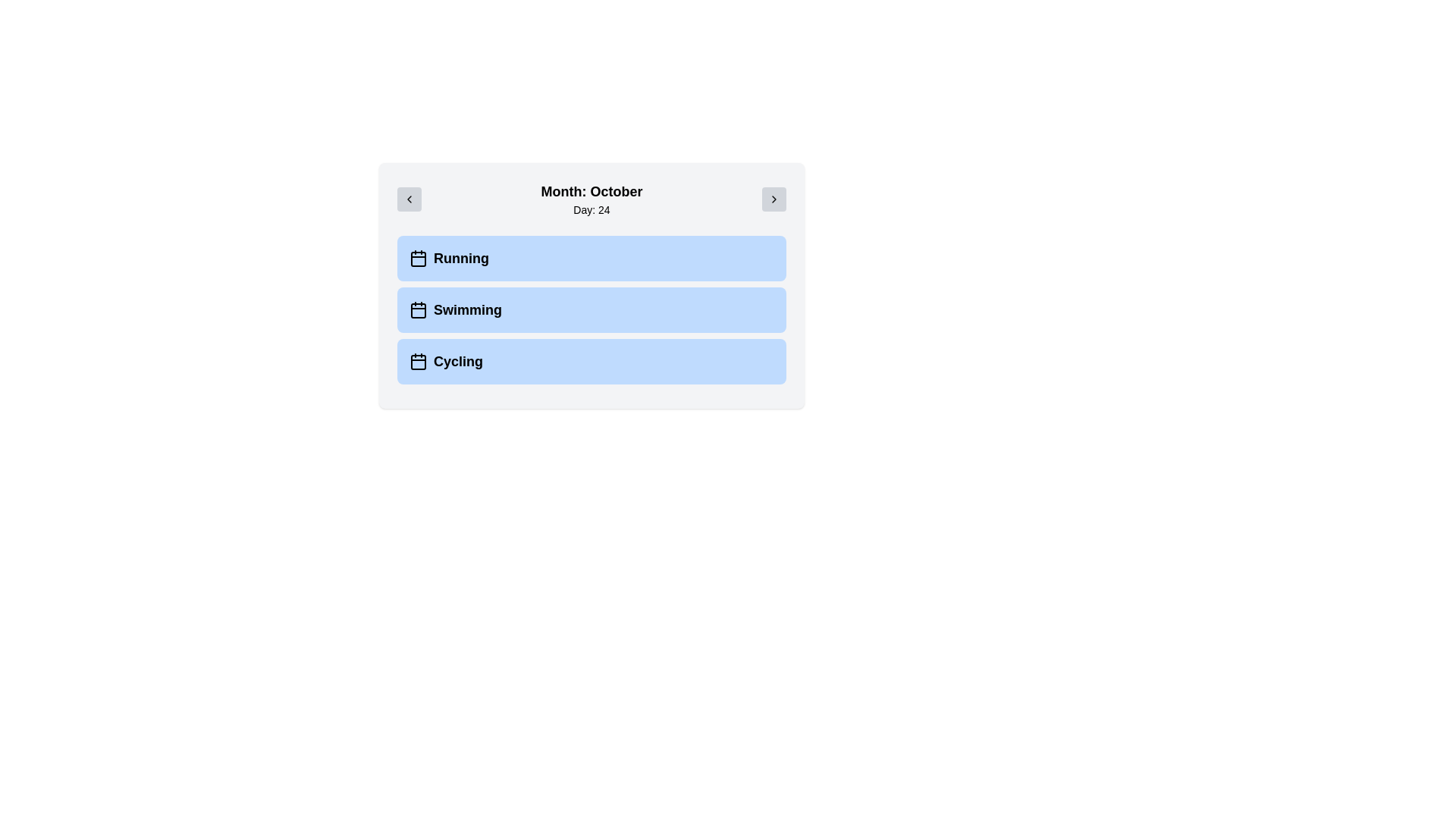 The width and height of the screenshot is (1456, 819). I want to click on the calendar icon which is a minimalistic square-shaped icon with rounded edges, located to the left of the text 'Running' in the first row of the list, so click(419, 257).